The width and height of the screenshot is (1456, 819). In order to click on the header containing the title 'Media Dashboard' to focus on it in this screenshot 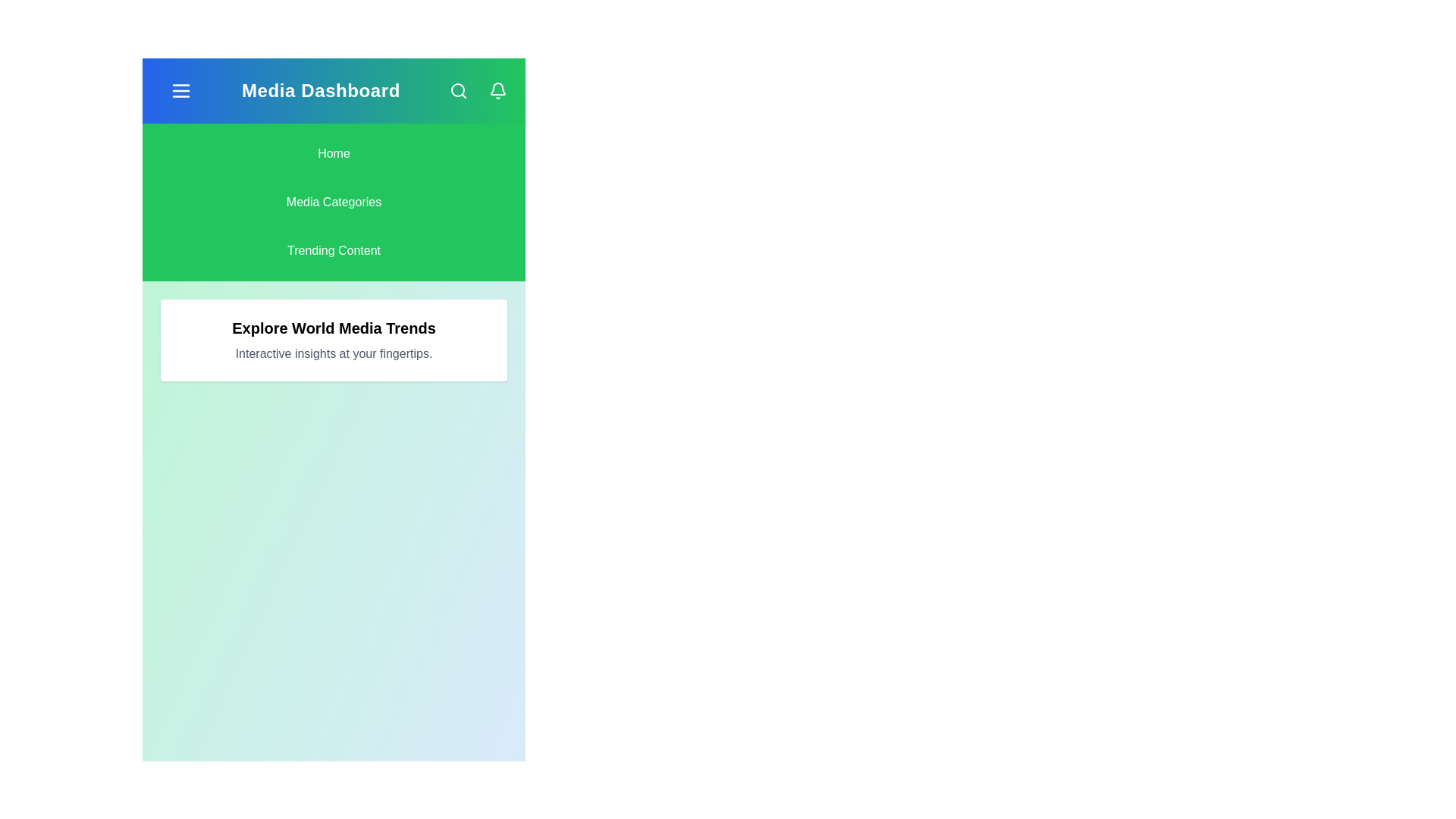, I will do `click(319, 90)`.